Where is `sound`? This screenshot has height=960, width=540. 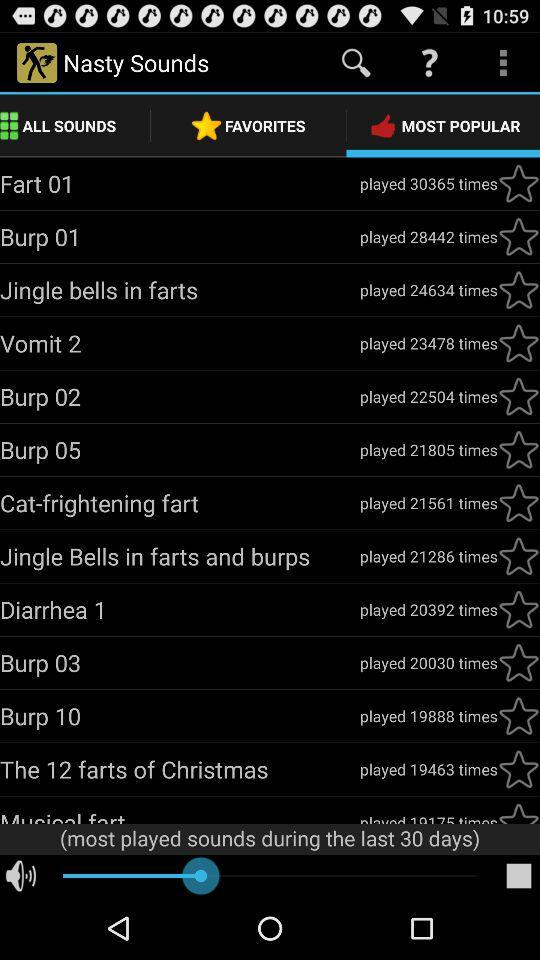
sound is located at coordinates (518, 289).